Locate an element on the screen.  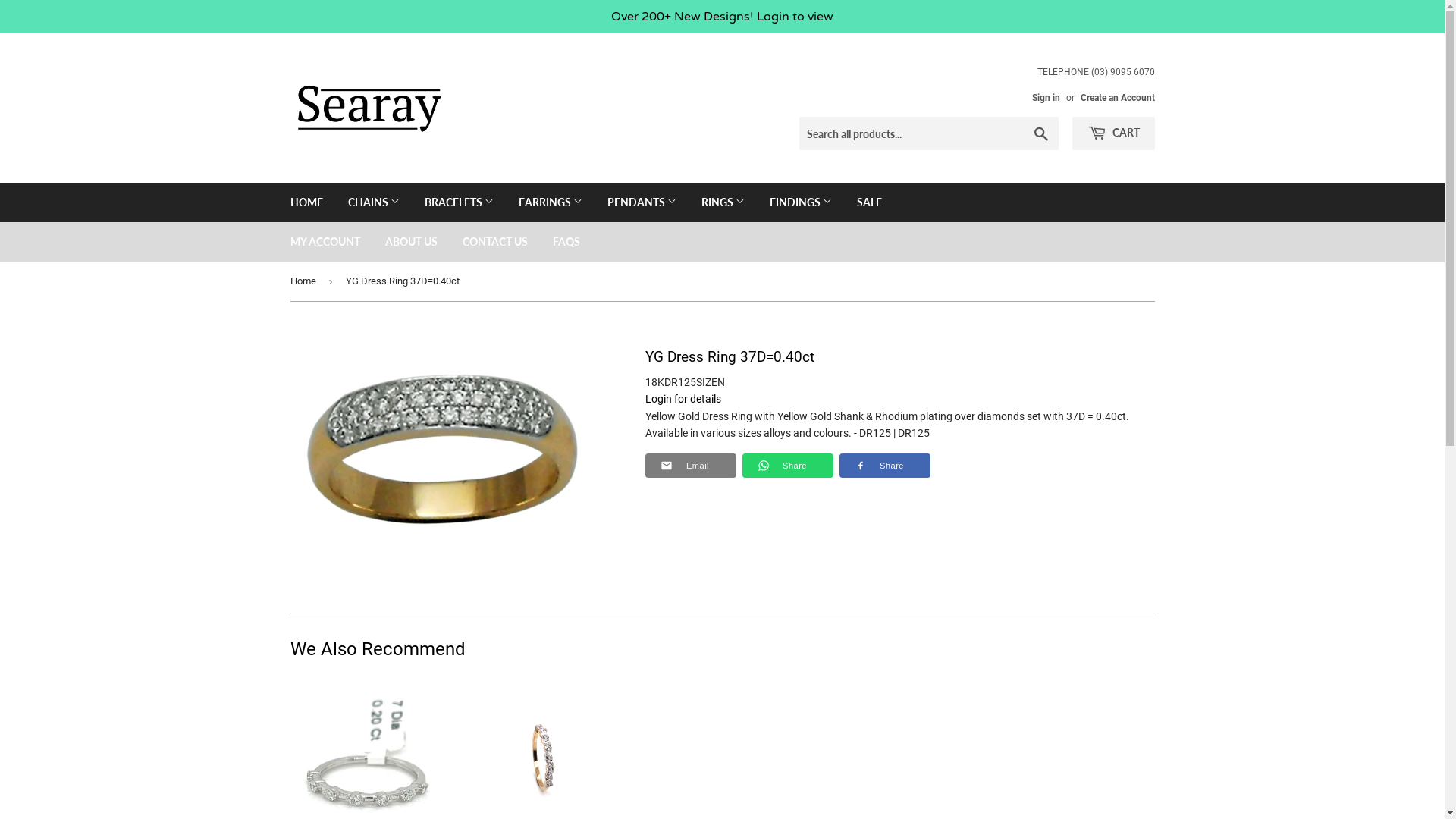
'Over 200+ New Designs! Login to view' is located at coordinates (721, 17).